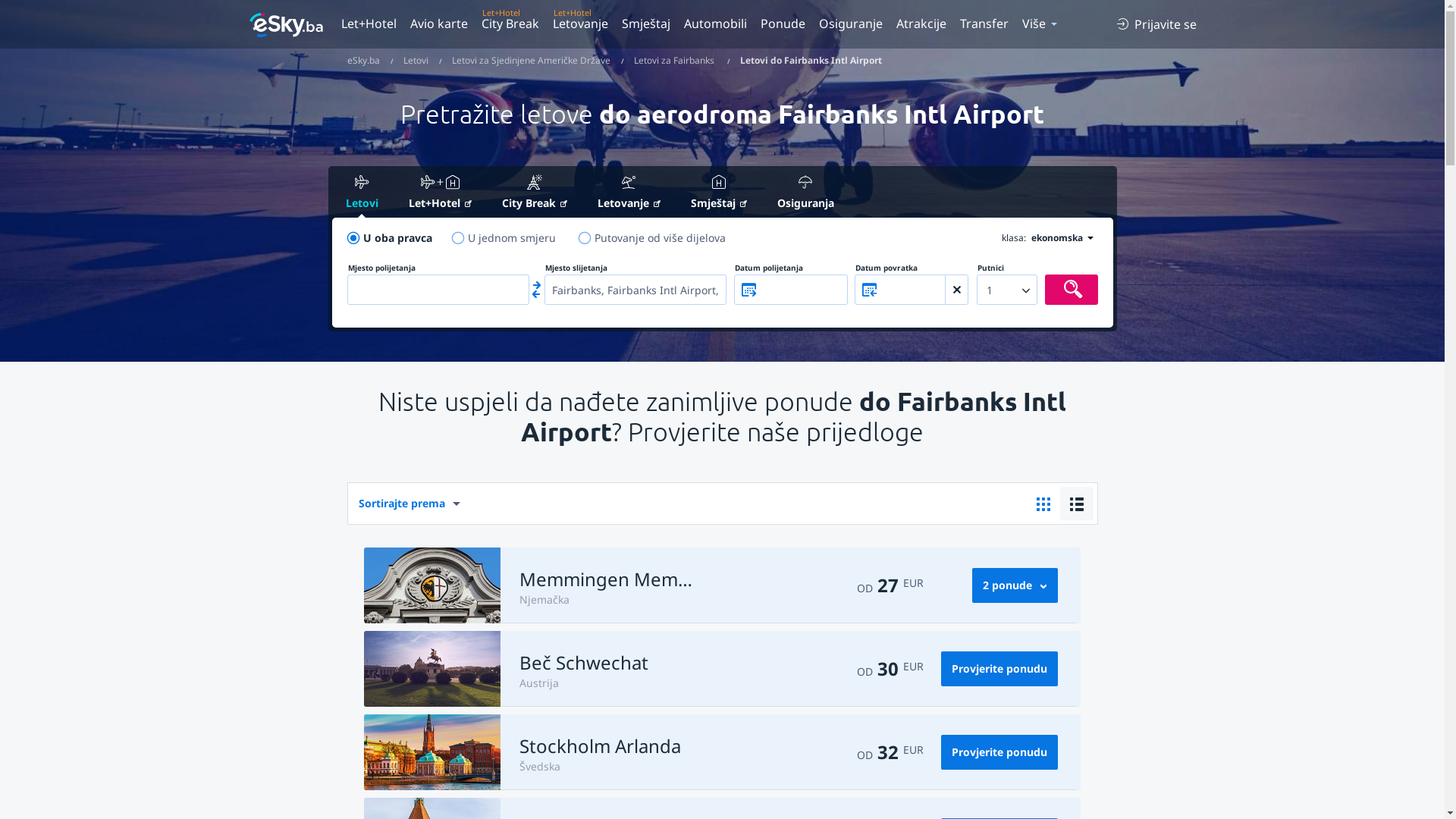  What do you see at coordinates (579, 23) in the screenshot?
I see `'Letovanje'` at bounding box center [579, 23].